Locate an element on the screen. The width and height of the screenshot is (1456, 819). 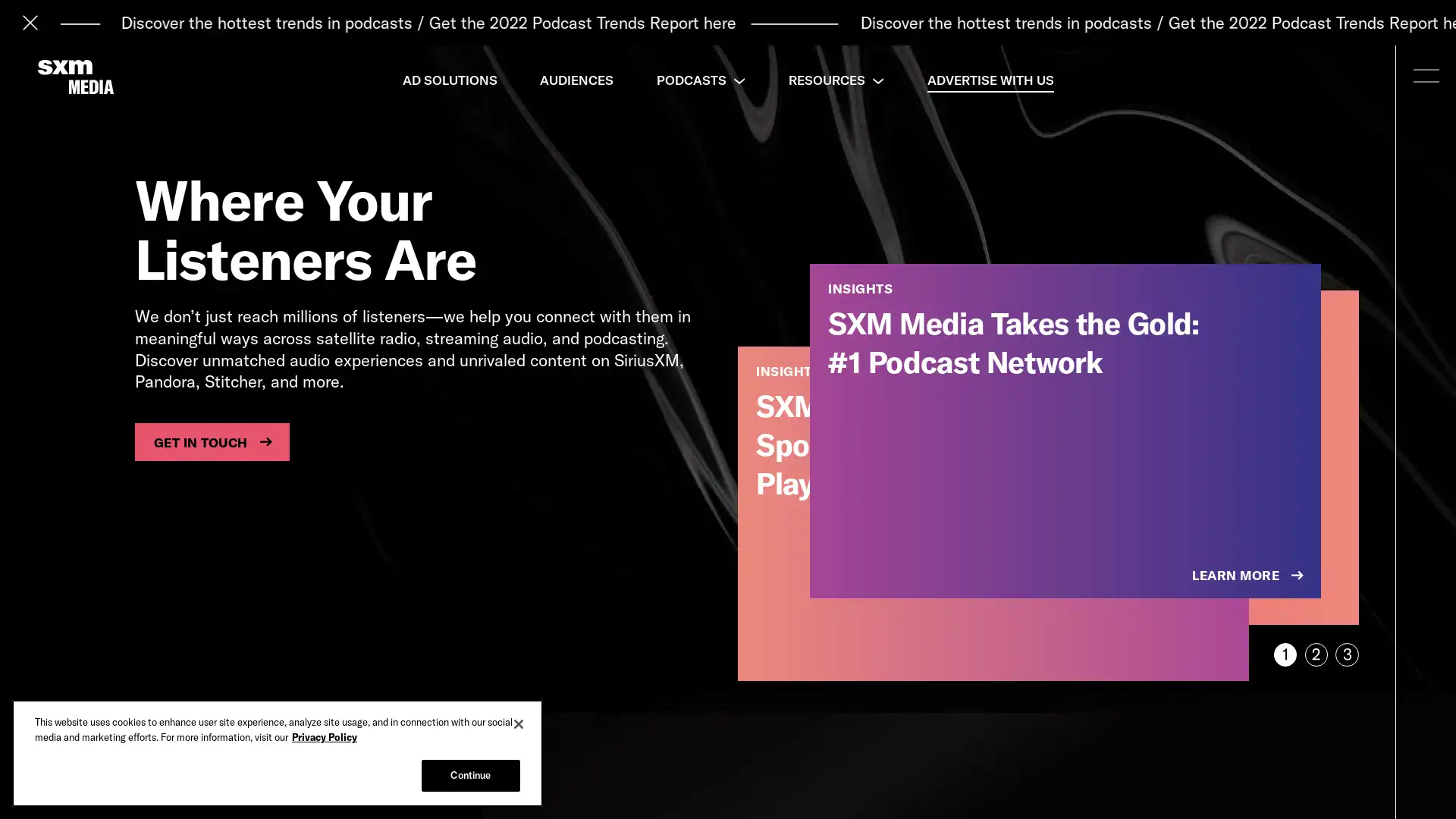
3 is located at coordinates (1347, 654).